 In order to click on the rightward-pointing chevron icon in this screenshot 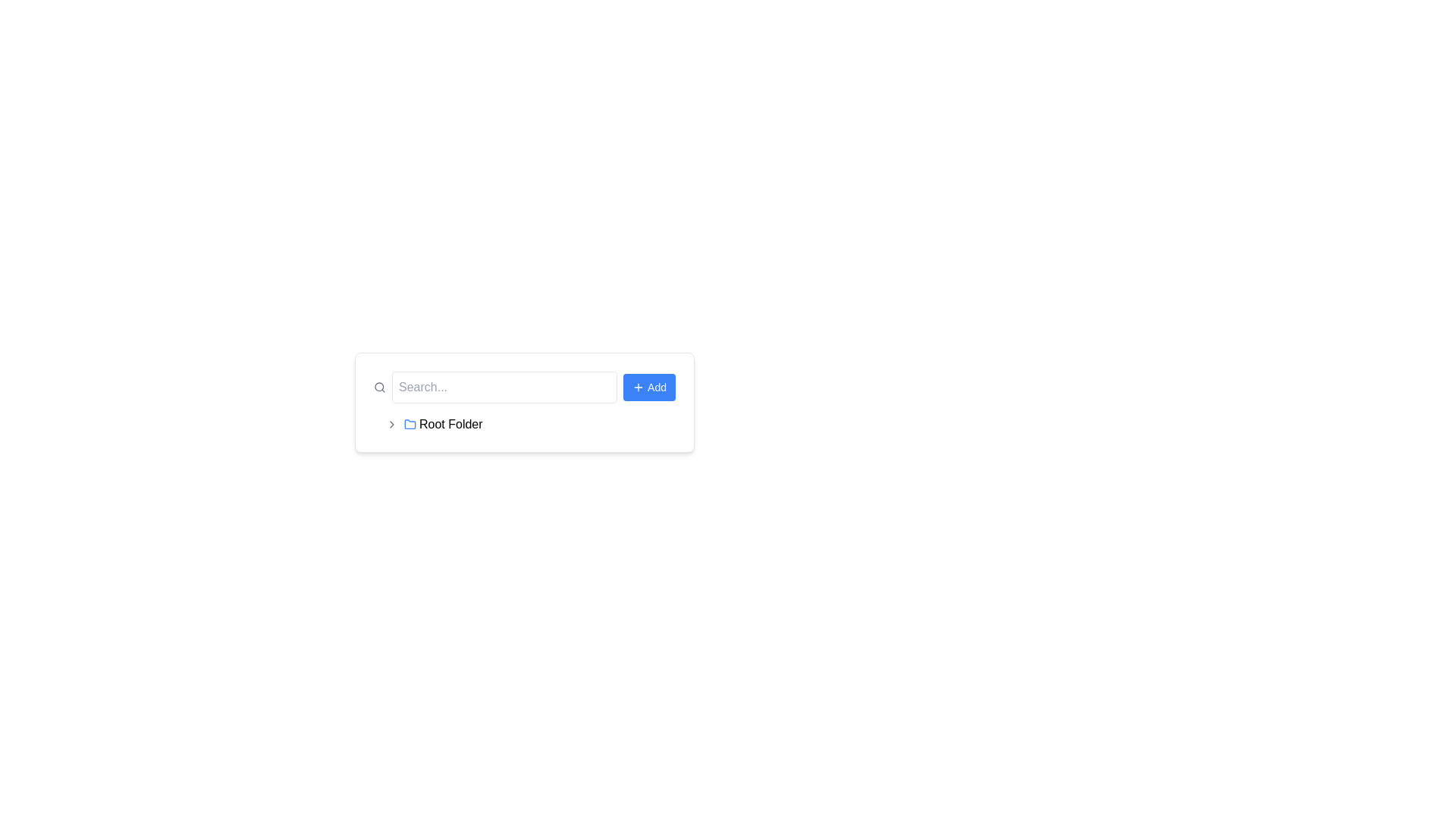, I will do `click(392, 424)`.